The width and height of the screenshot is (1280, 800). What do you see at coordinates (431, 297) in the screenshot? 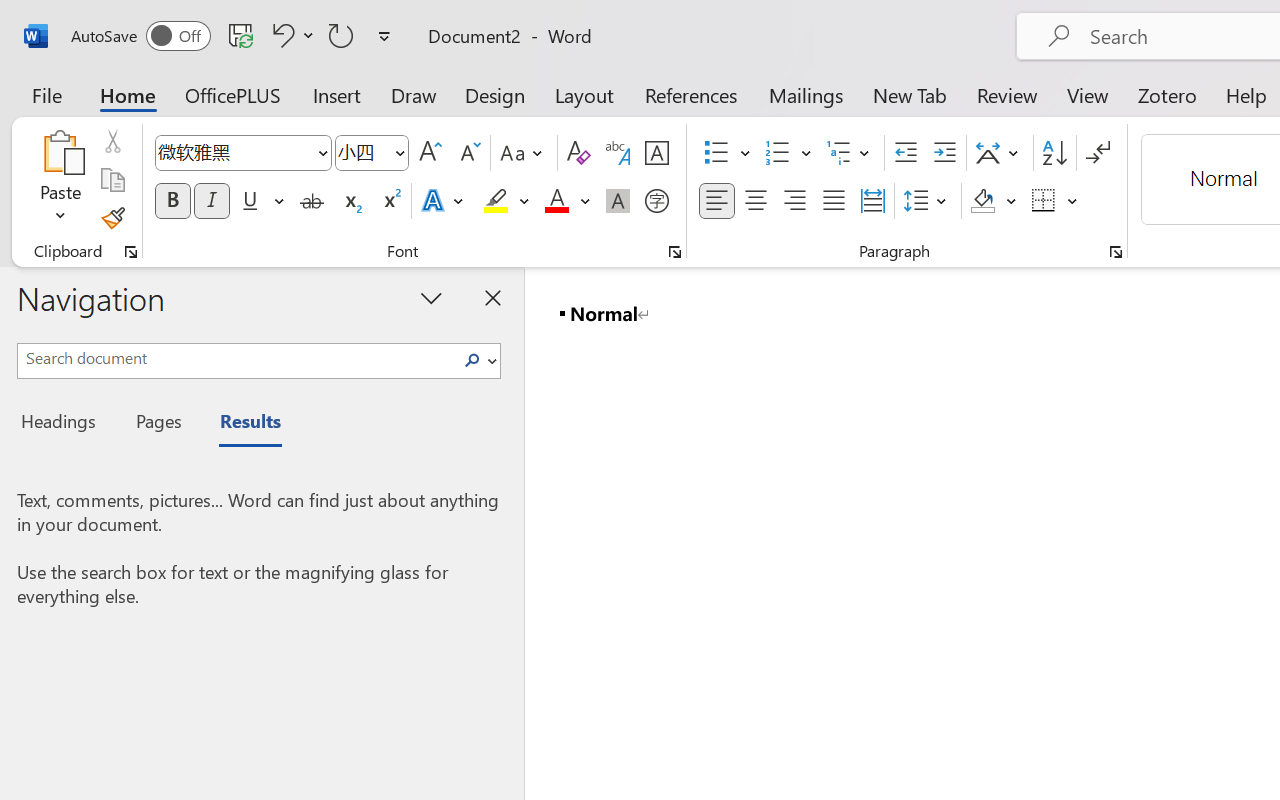
I see `'Task Pane Options'` at bounding box center [431, 297].